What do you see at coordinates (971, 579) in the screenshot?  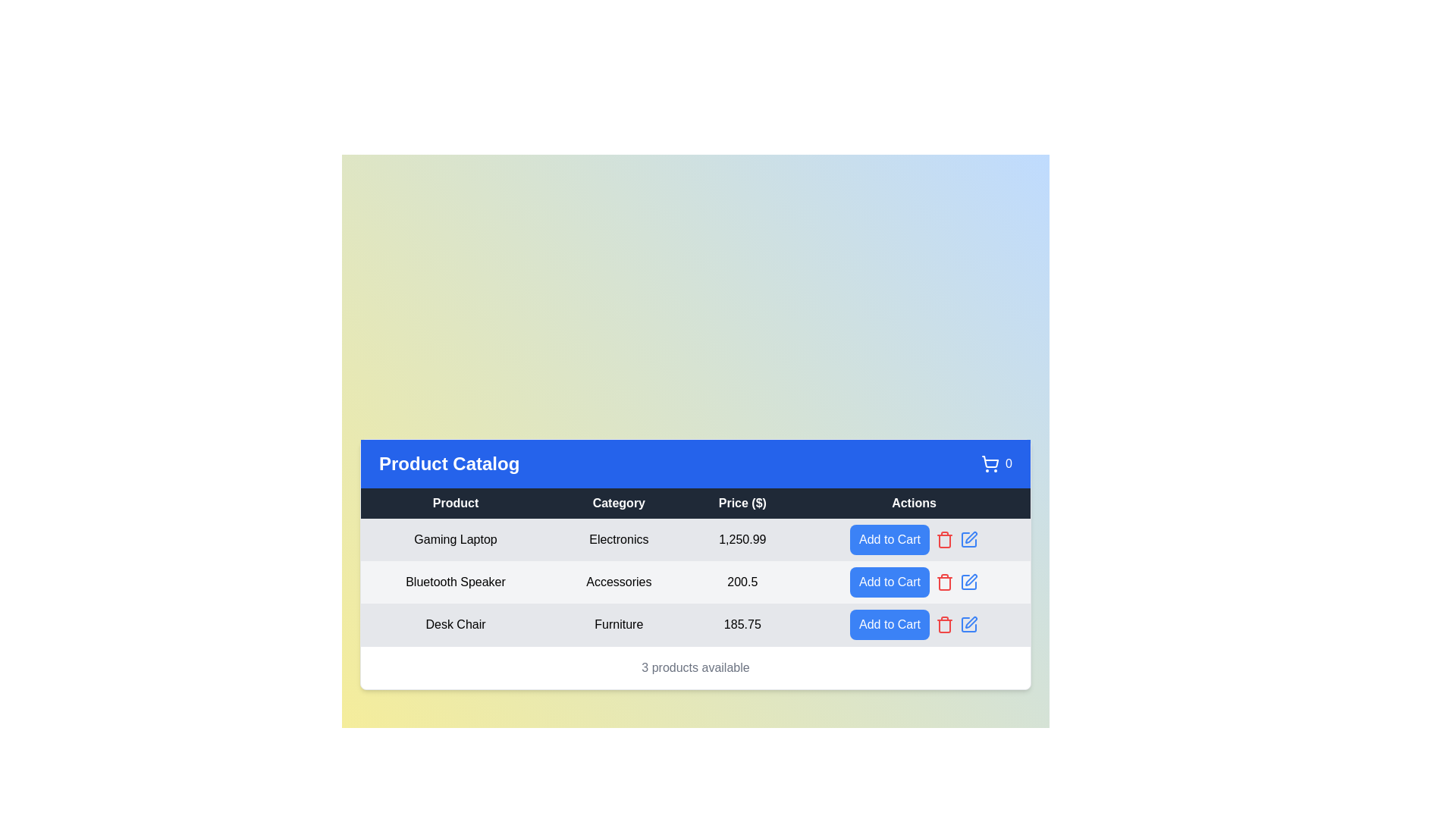 I see `the 'Edit' icon located in the 'Actions' column of the third row in the product table` at bounding box center [971, 579].